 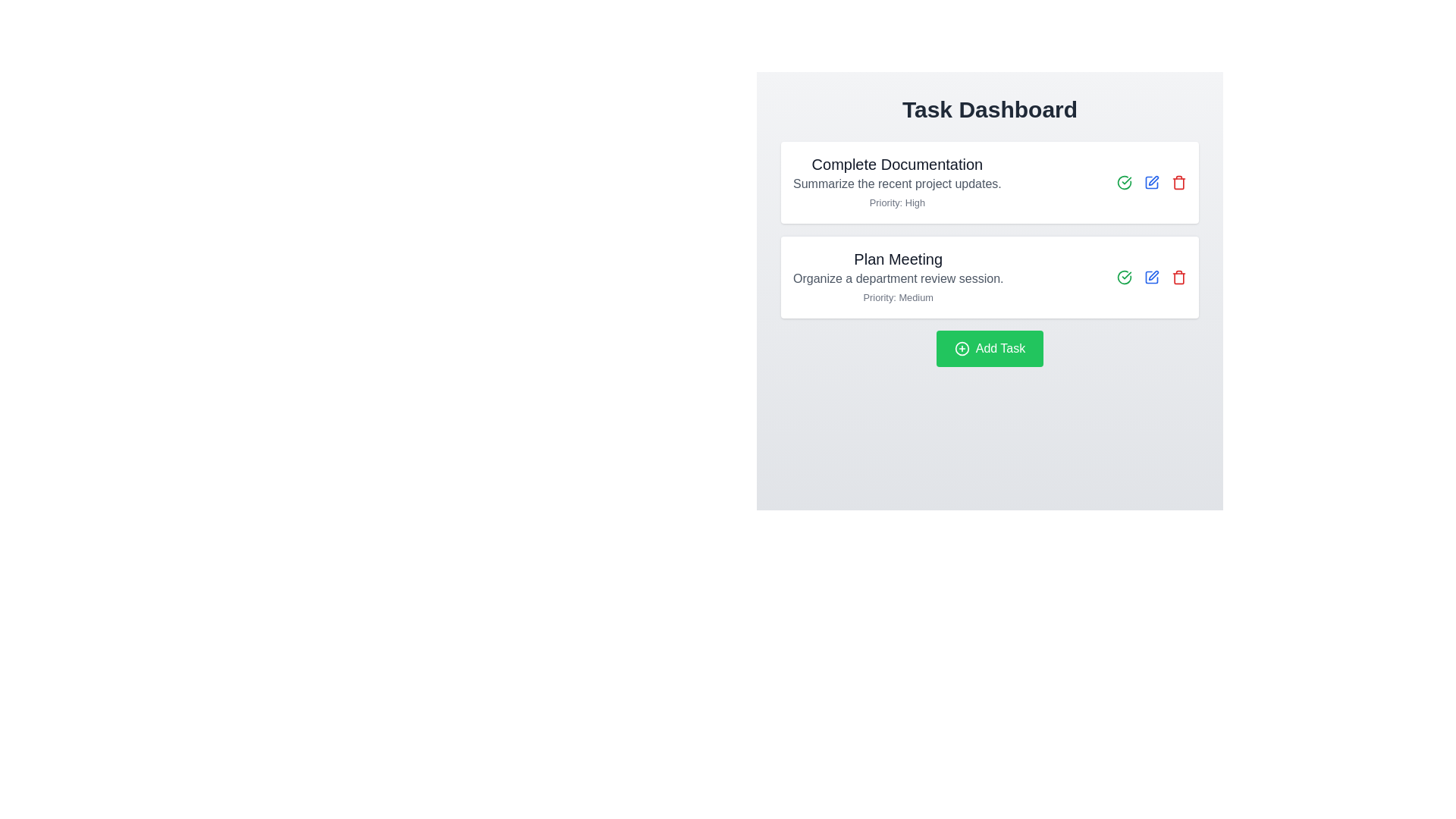 What do you see at coordinates (1125, 181) in the screenshot?
I see `the first circular outline icon indicating partial progress located in the secondary action icons of the 'Plan Meeting' task item` at bounding box center [1125, 181].